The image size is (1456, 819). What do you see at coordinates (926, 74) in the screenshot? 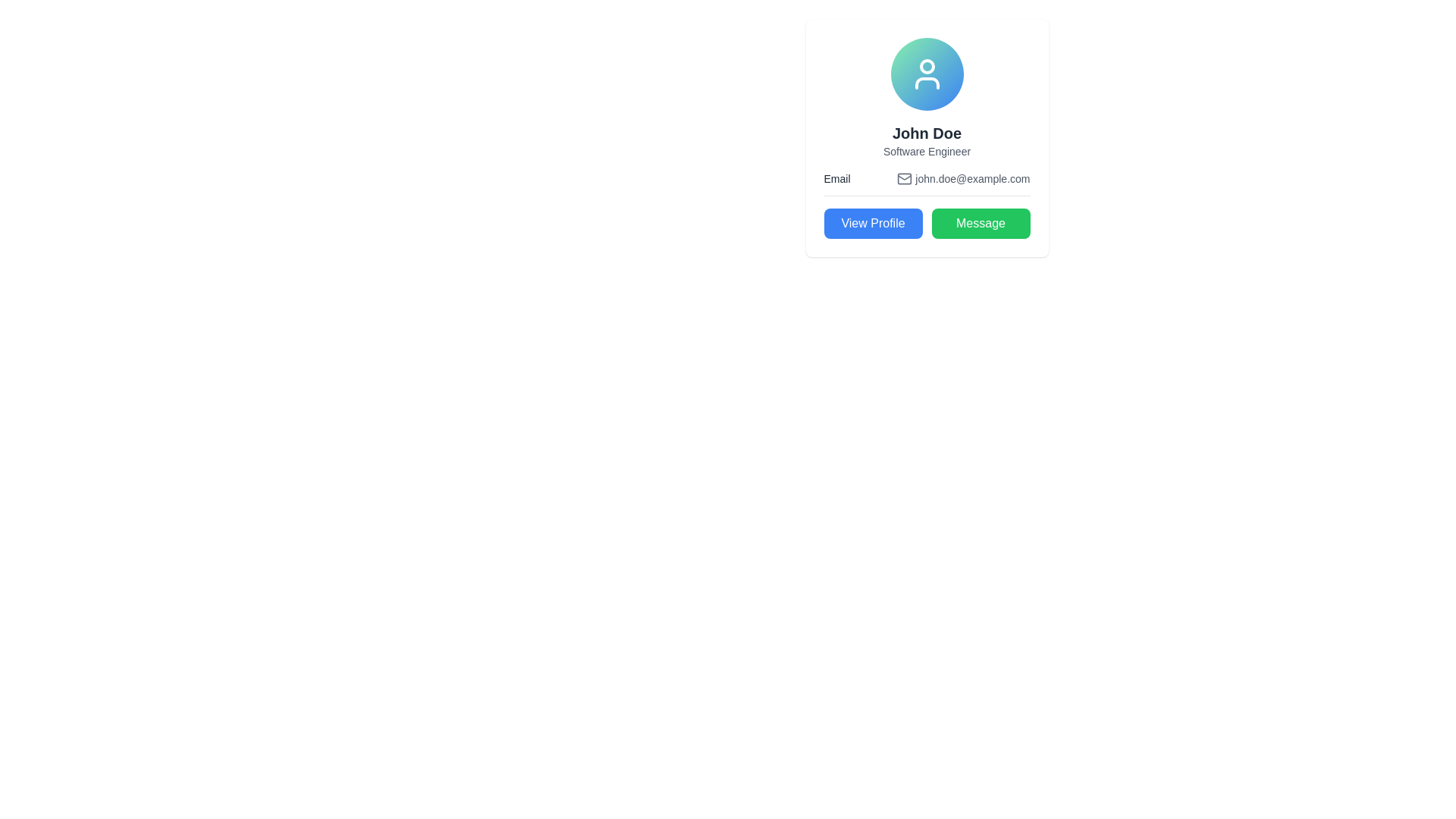
I see `the user's profile image or avatar located at the top center of the card, above the user's name 'John Doe'` at bounding box center [926, 74].